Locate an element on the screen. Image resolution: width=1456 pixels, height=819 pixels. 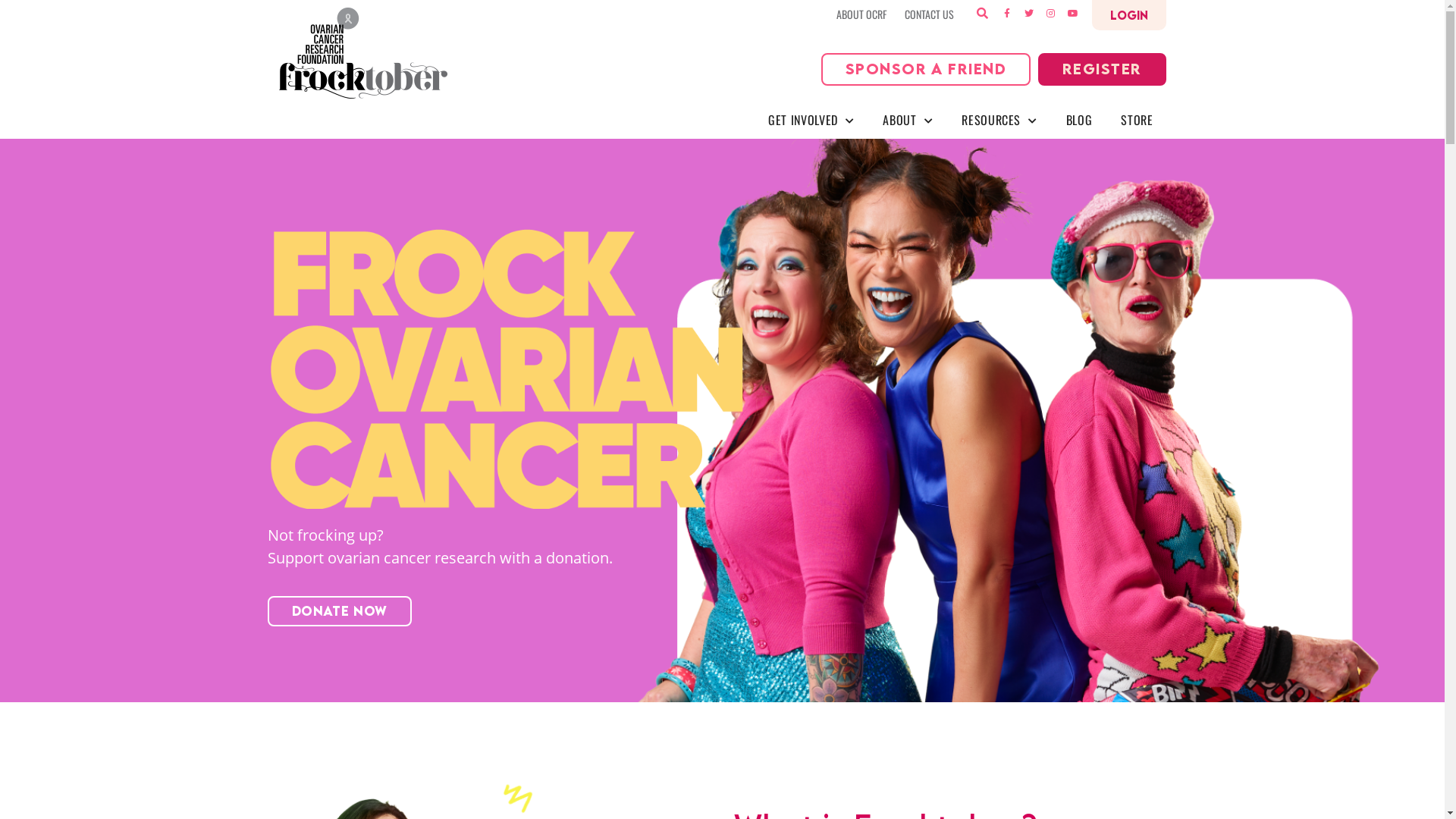
'DONATE NOW' is located at coordinates (266, 610).